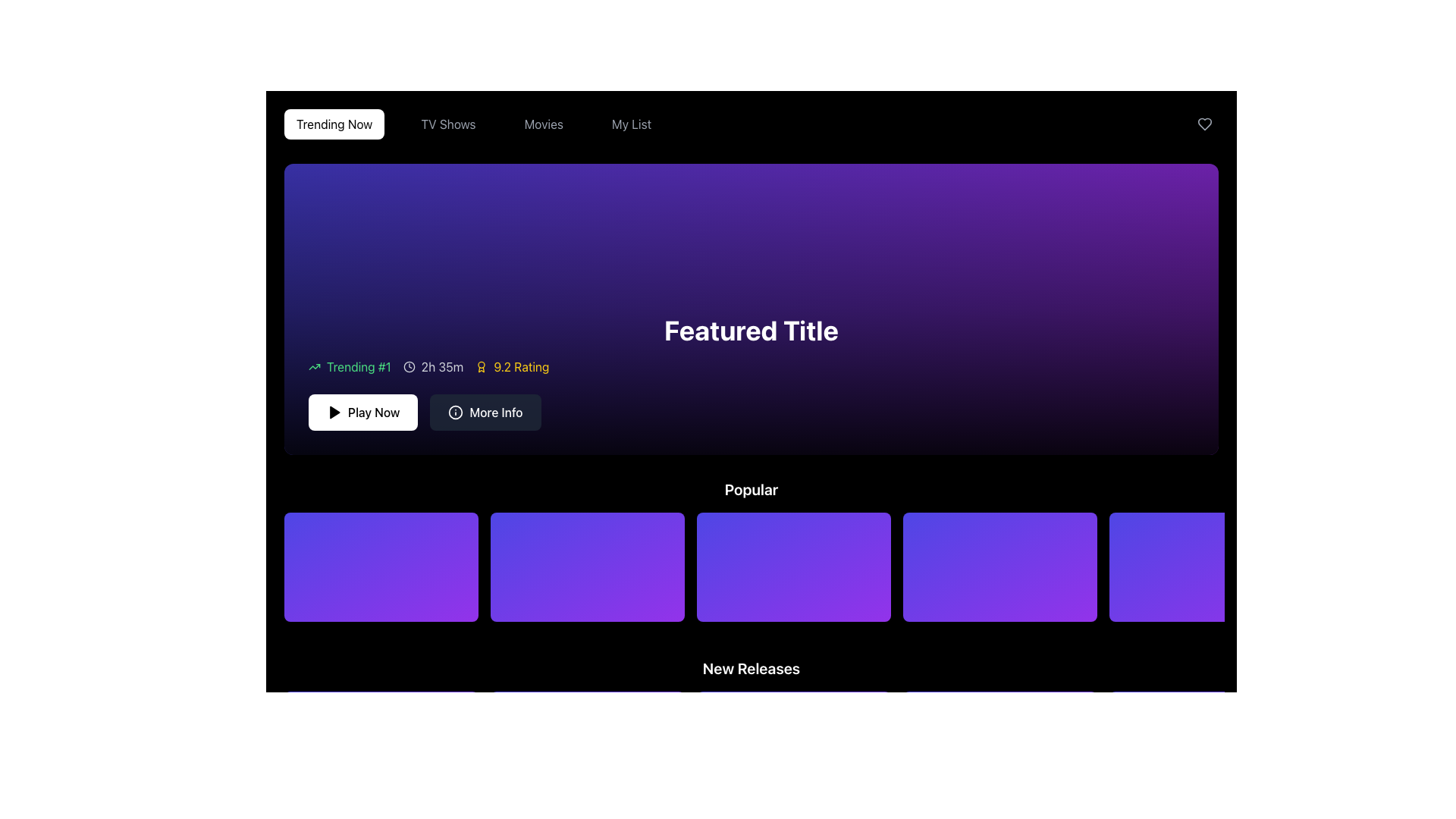 This screenshot has height=819, width=1456. What do you see at coordinates (1203, 124) in the screenshot?
I see `the heart-shaped icon button located in the top-right corner of the interface, which changes color to red when hovered over` at bounding box center [1203, 124].